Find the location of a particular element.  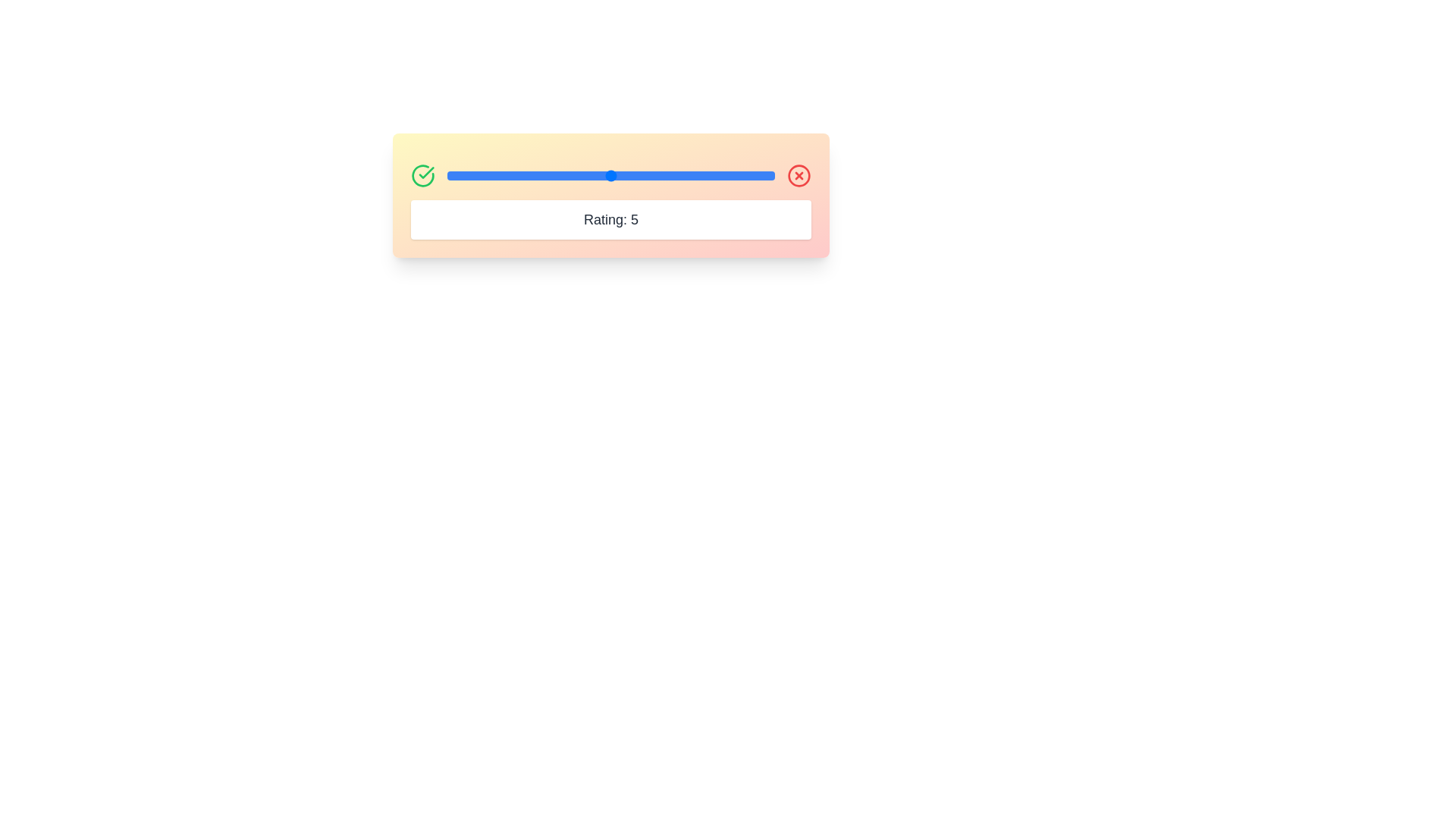

the slider value is located at coordinates (577, 174).